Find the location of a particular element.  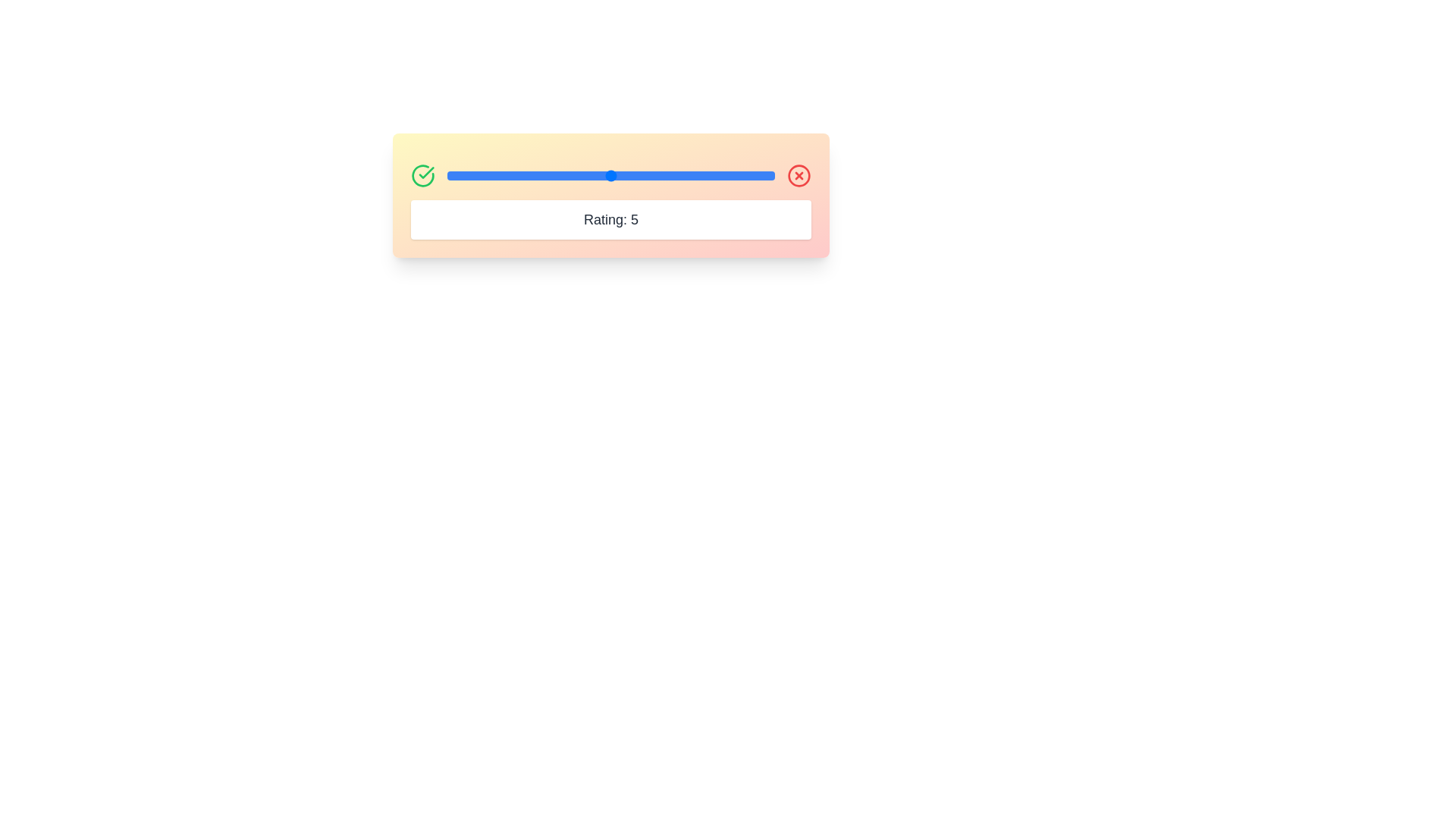

the slider value is located at coordinates (577, 174).